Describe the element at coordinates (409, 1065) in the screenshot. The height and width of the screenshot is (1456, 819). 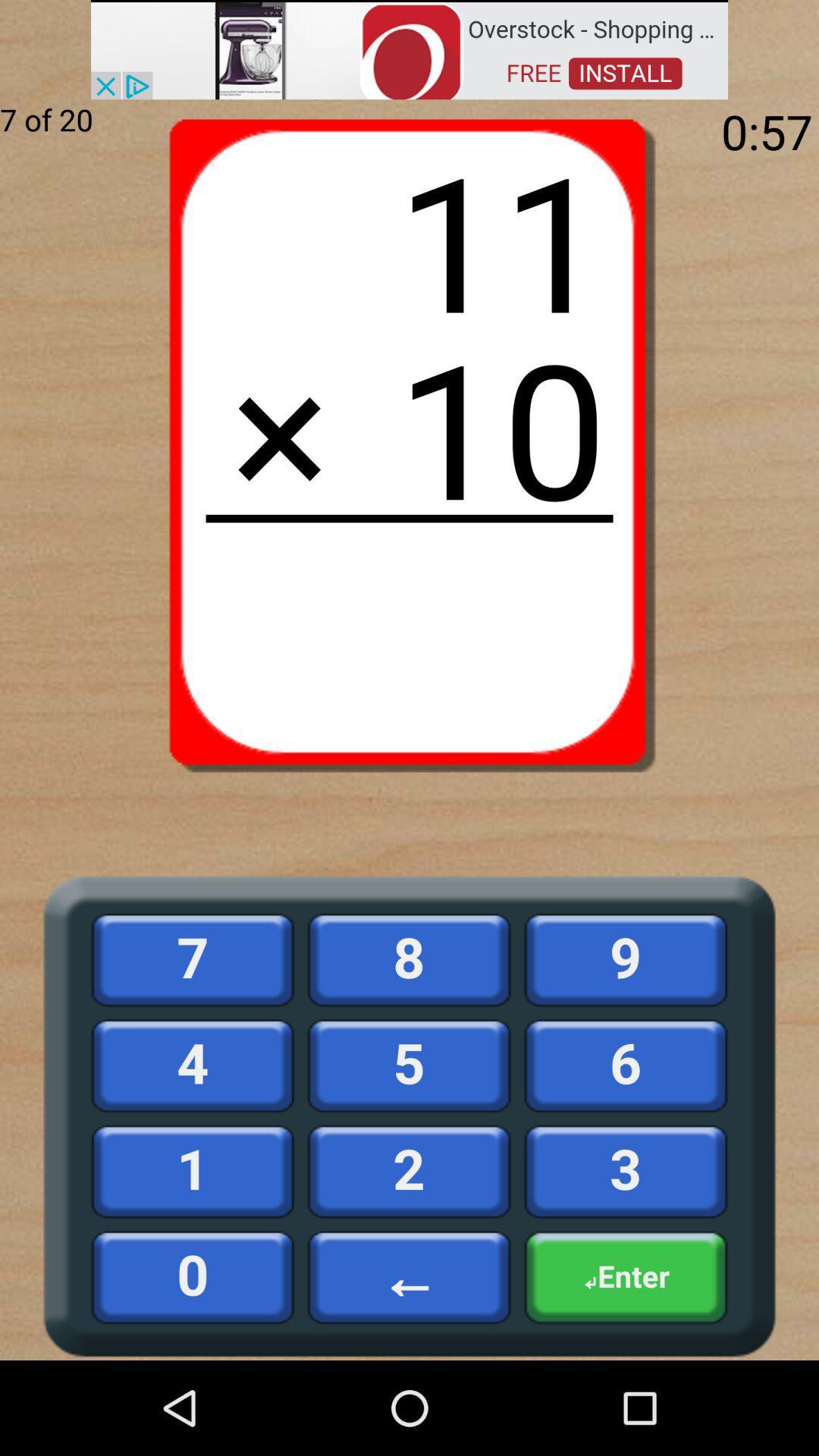
I see `the number below 8` at that location.